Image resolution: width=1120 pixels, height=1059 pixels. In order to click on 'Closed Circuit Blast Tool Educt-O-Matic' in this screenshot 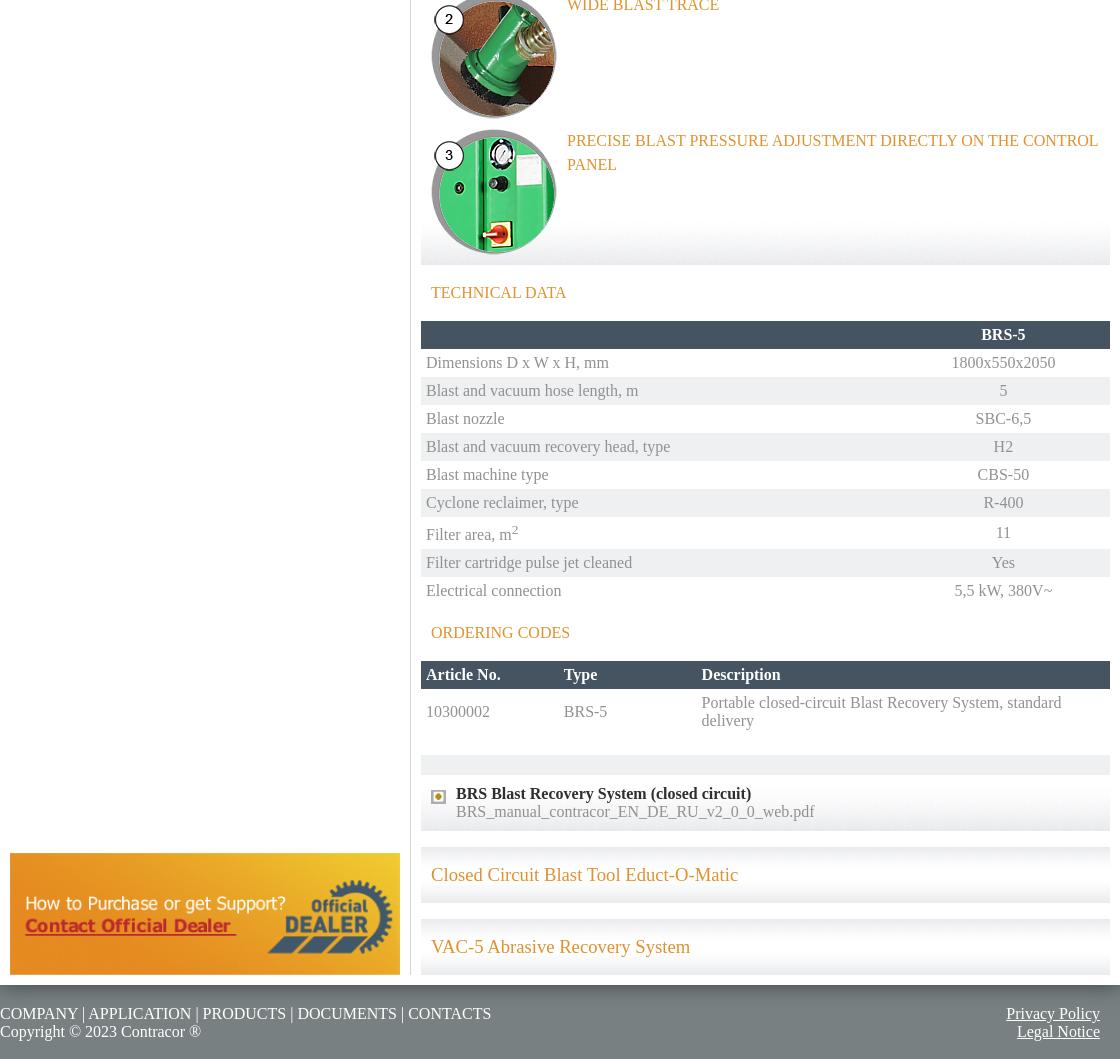, I will do `click(584, 873)`.